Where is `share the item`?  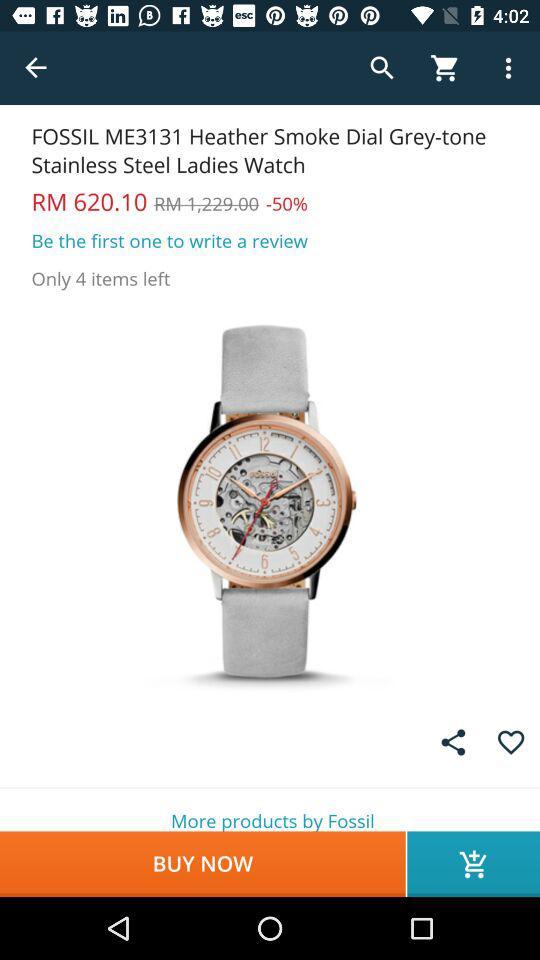 share the item is located at coordinates (453, 741).